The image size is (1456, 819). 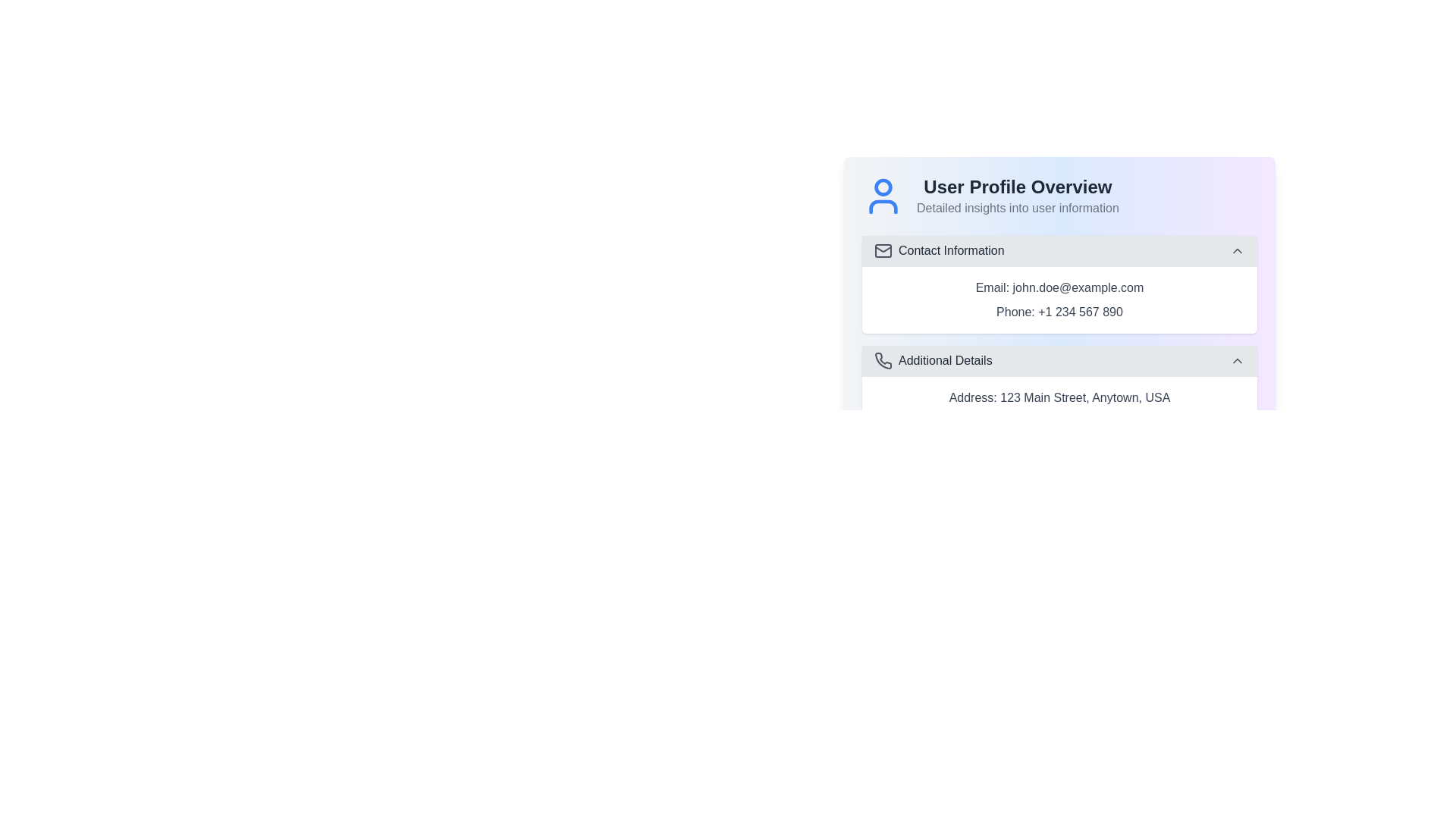 I want to click on the static text label that contains the text 'Detailed insights into user information', which is located directly beneath the header 'User Profile Overview', so click(x=1018, y=208).